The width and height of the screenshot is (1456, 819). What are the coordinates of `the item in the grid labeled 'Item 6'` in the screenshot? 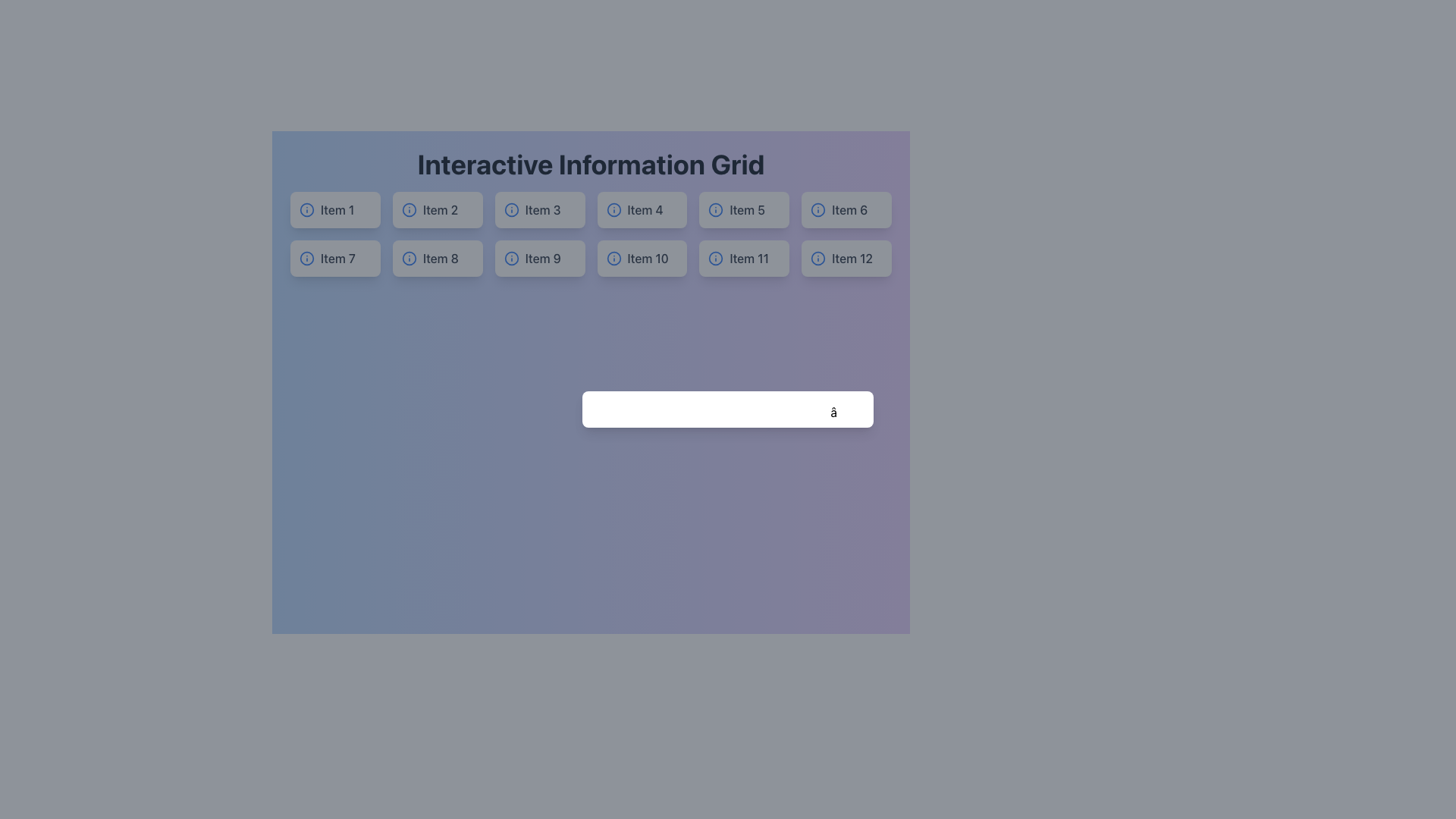 It's located at (846, 210).